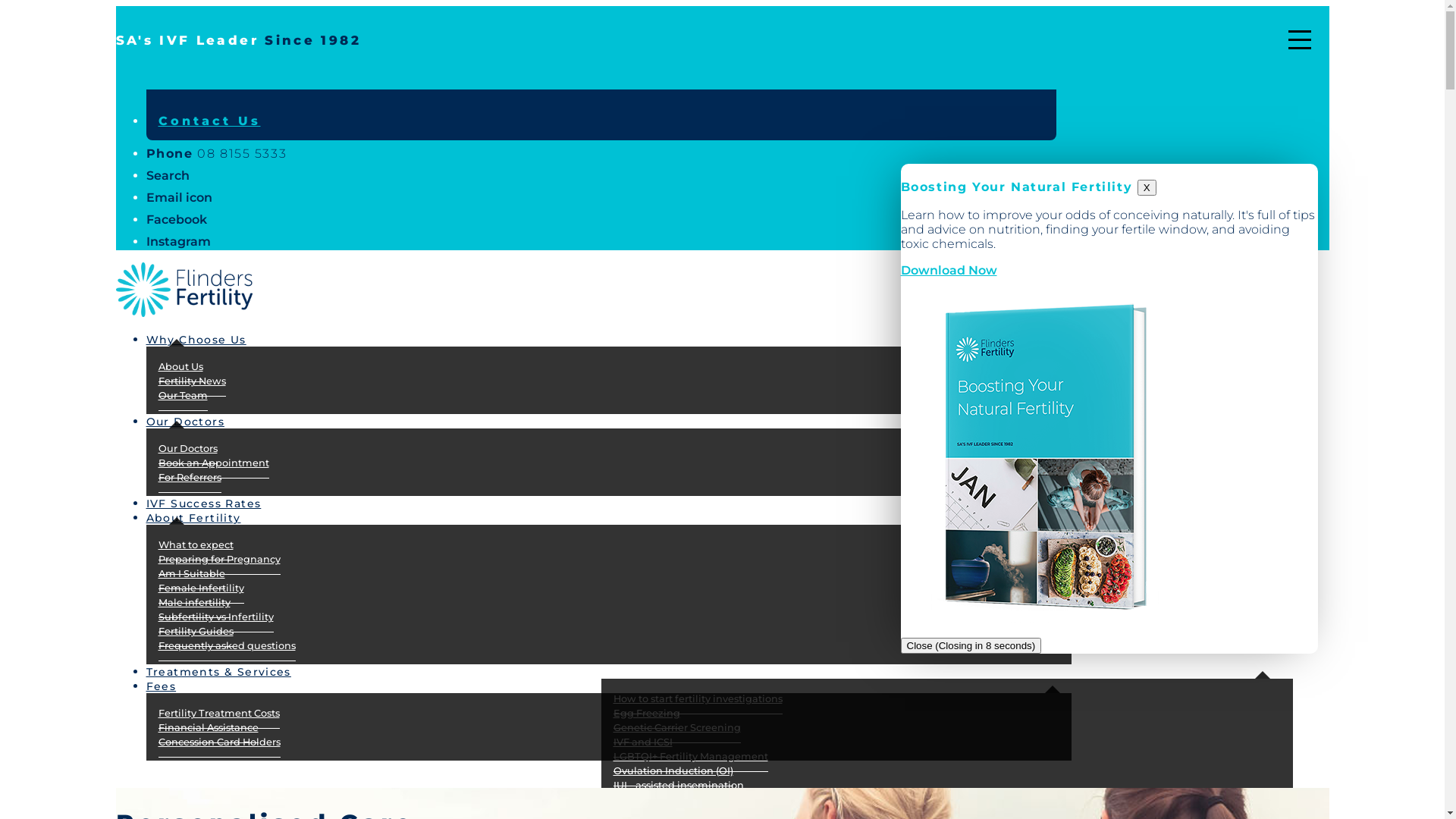 This screenshot has height=819, width=1456. What do you see at coordinates (157, 394) in the screenshot?
I see `'Our Team'` at bounding box center [157, 394].